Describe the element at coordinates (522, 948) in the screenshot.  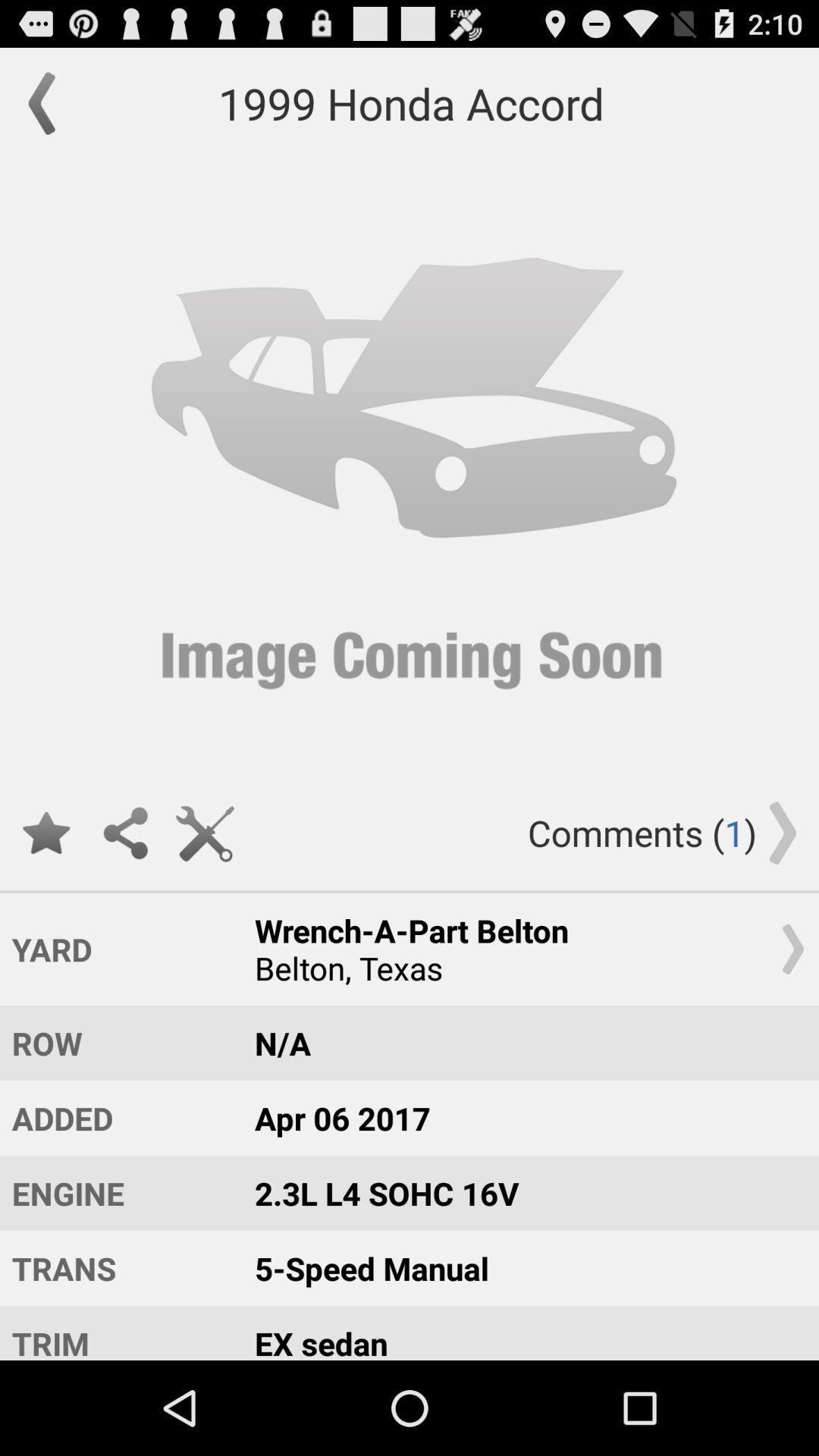
I see `the wrench a part` at that location.